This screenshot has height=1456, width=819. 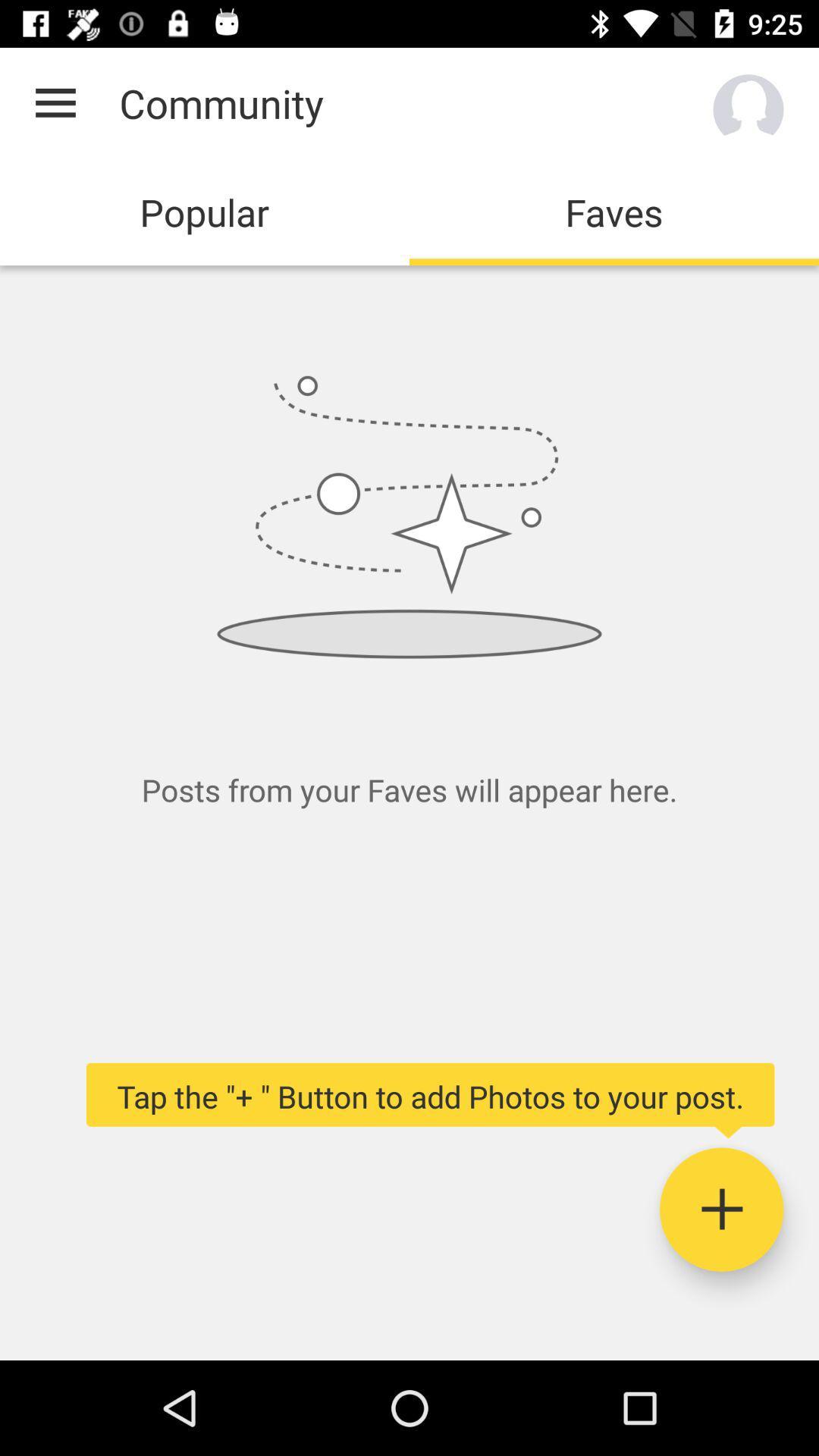 What do you see at coordinates (55, 102) in the screenshot?
I see `the app next to the community icon` at bounding box center [55, 102].